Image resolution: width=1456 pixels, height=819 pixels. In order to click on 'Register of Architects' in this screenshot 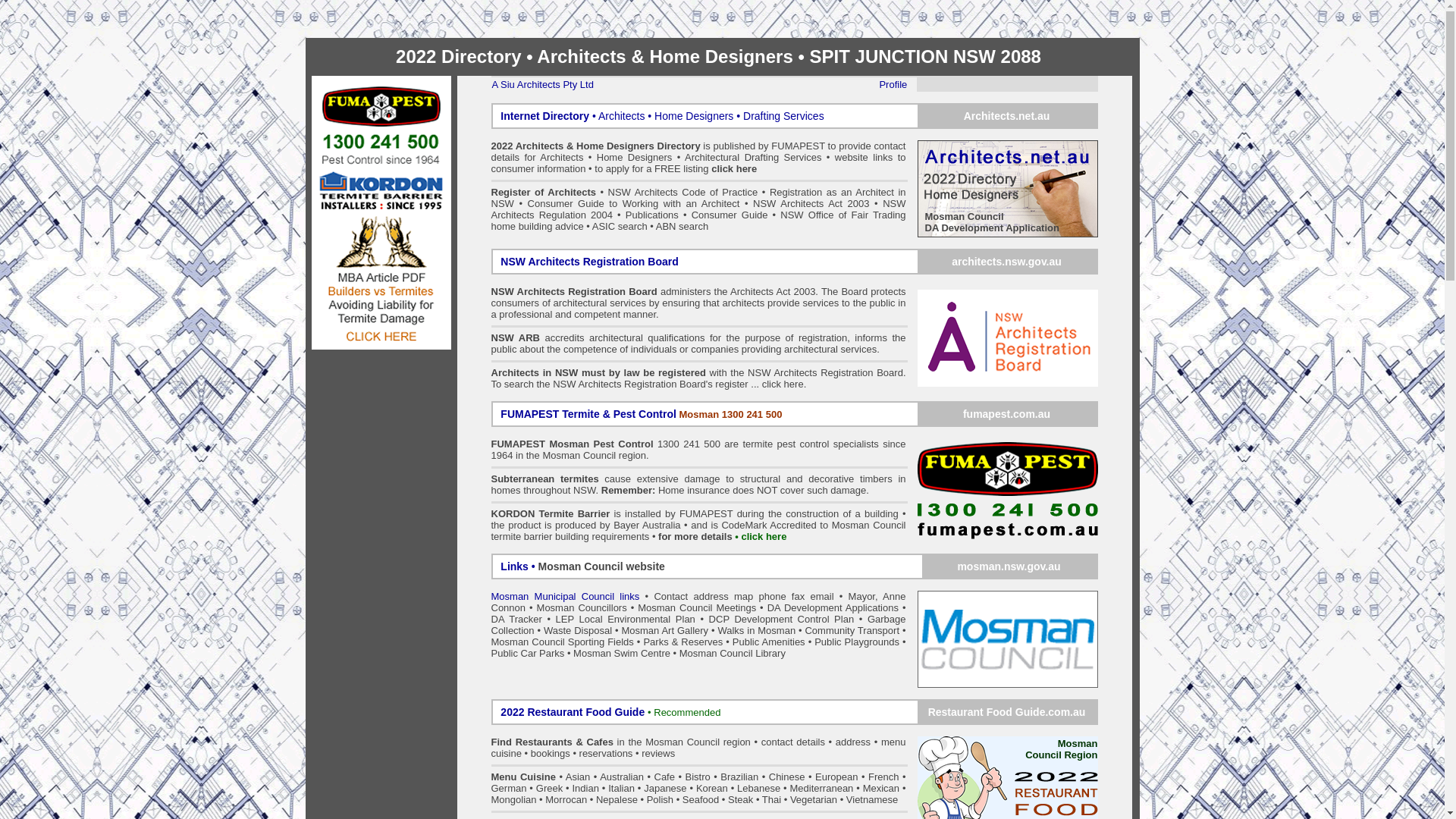, I will do `click(491, 191)`.